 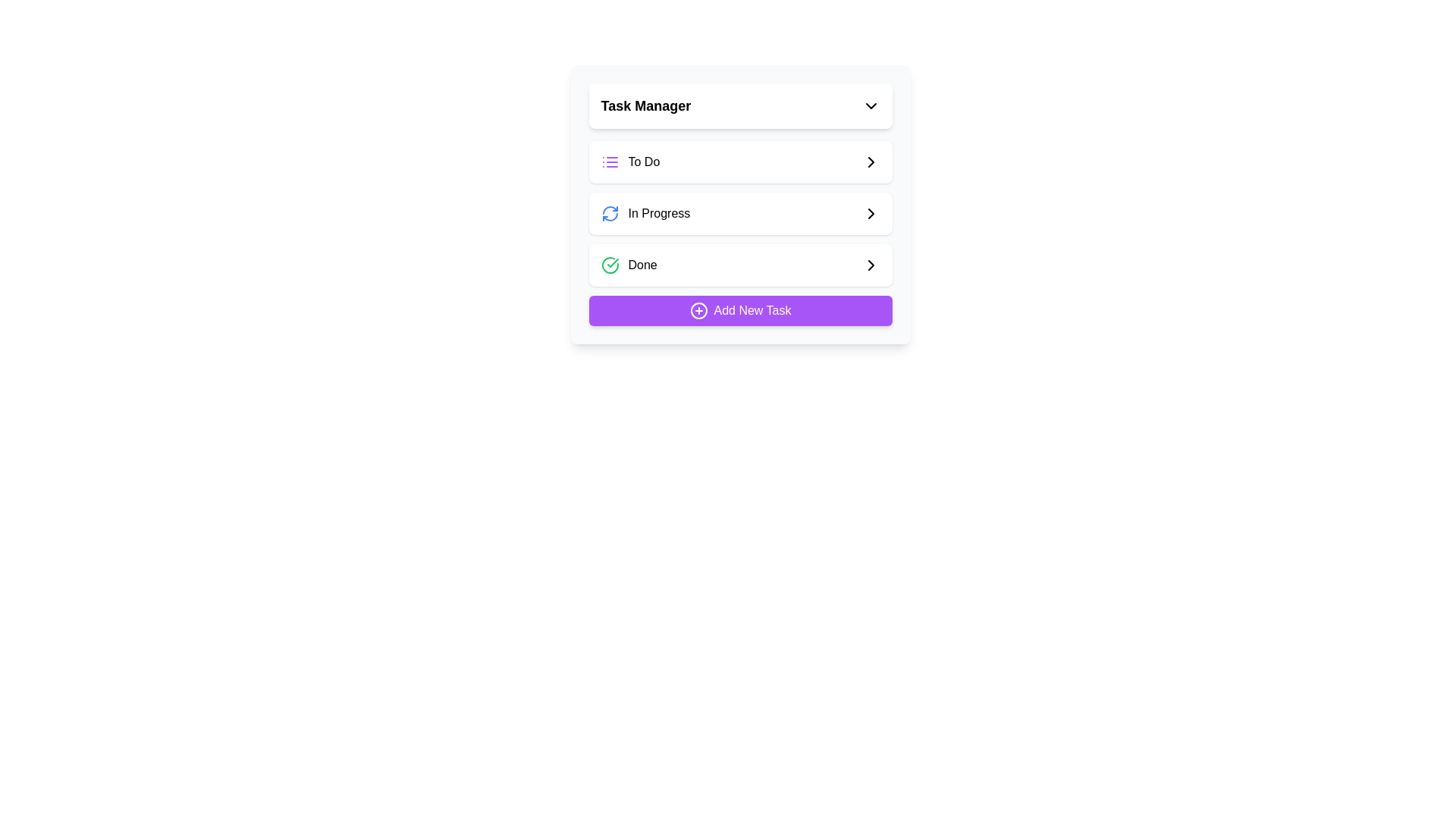 What do you see at coordinates (871, 265) in the screenshot?
I see `the right-pointing chevron icon located in the third row of the vertical list, to the far right of the 'Done' label and icon, to potentially view tooltips` at bounding box center [871, 265].